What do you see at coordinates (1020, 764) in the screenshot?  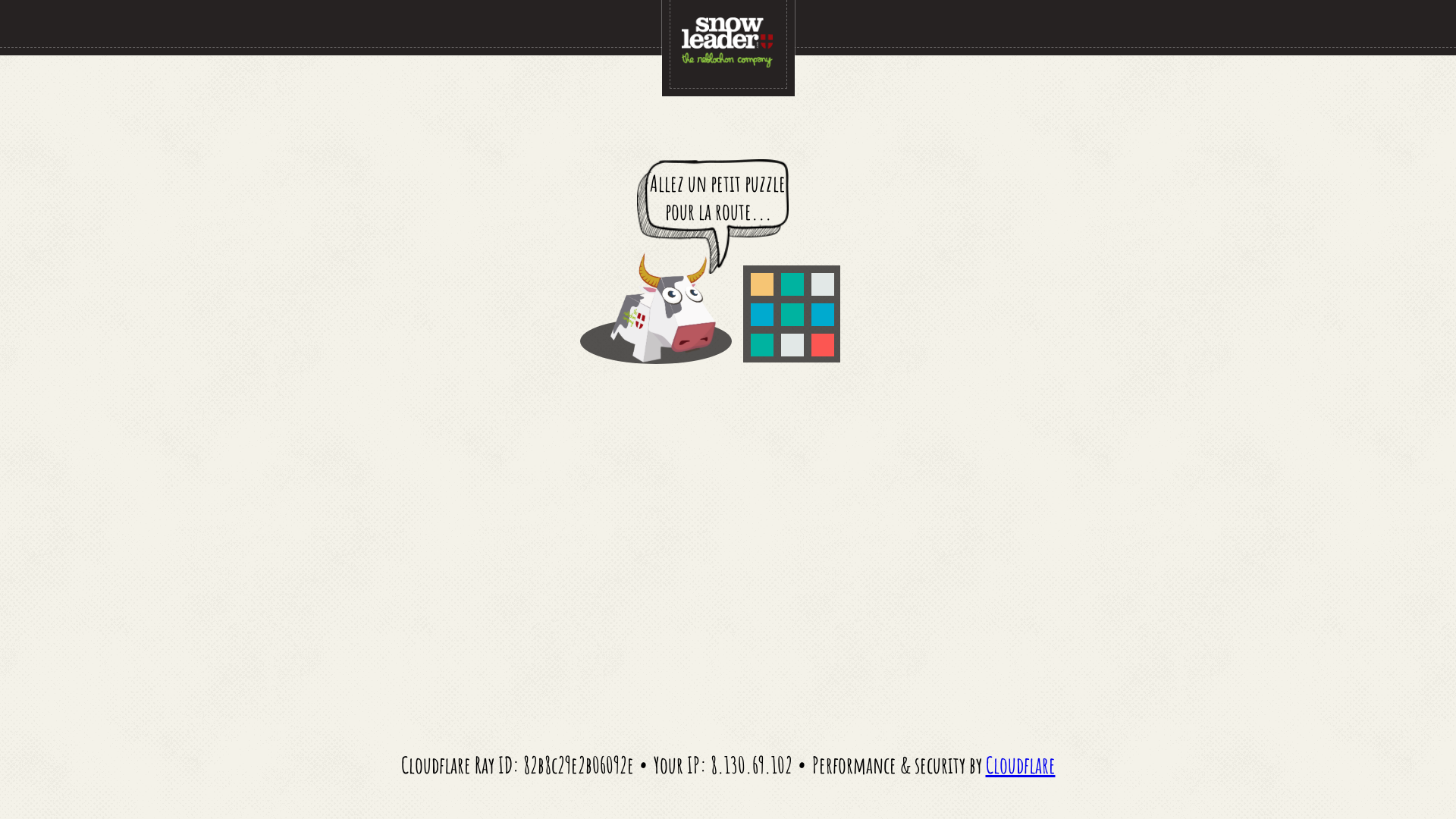 I see `'Cloudflare'` at bounding box center [1020, 764].